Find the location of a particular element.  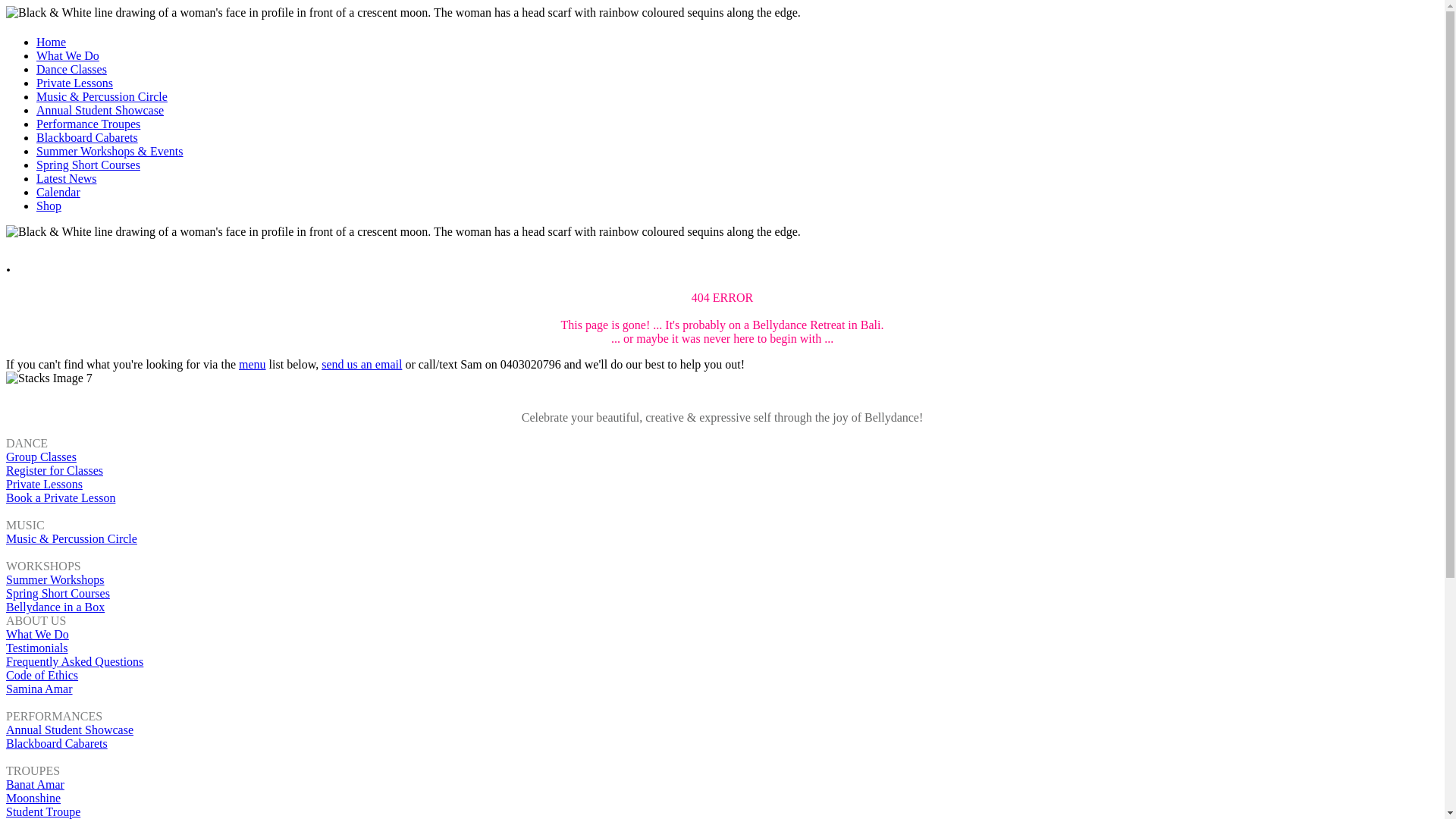

'send us an email' is located at coordinates (360, 364).